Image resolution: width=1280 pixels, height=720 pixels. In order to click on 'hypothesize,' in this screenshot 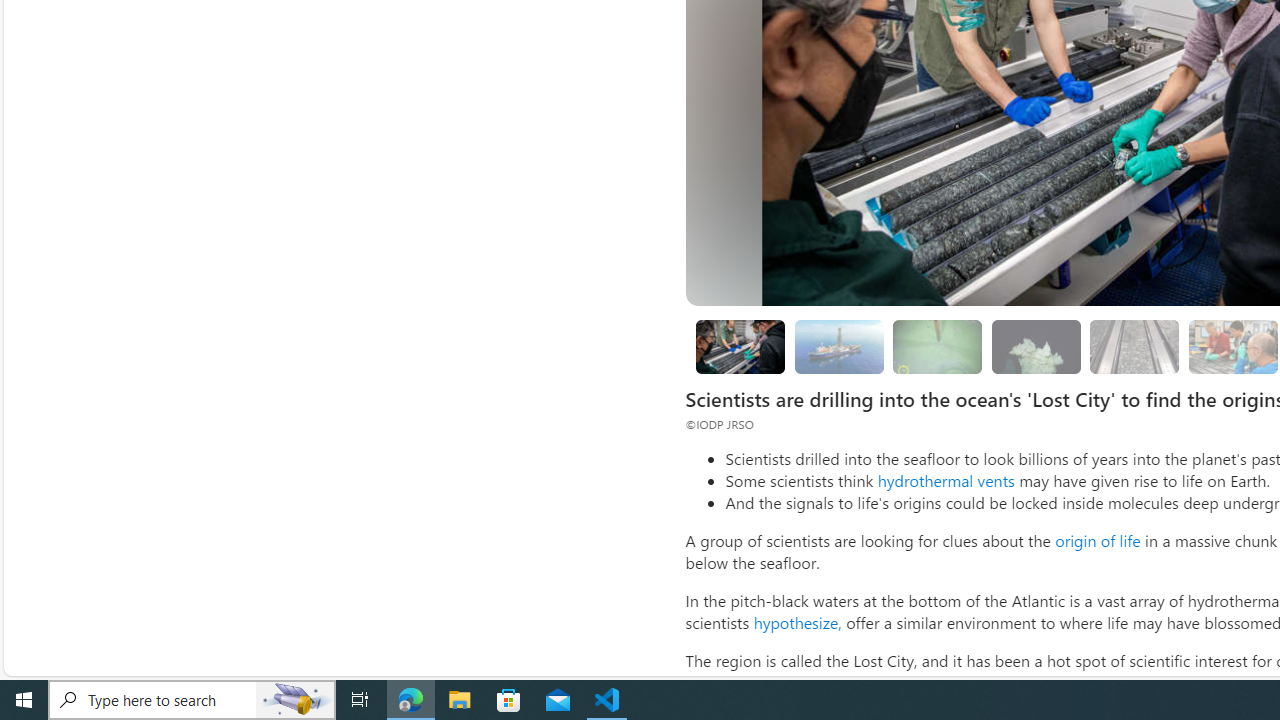, I will do `click(796, 621)`.